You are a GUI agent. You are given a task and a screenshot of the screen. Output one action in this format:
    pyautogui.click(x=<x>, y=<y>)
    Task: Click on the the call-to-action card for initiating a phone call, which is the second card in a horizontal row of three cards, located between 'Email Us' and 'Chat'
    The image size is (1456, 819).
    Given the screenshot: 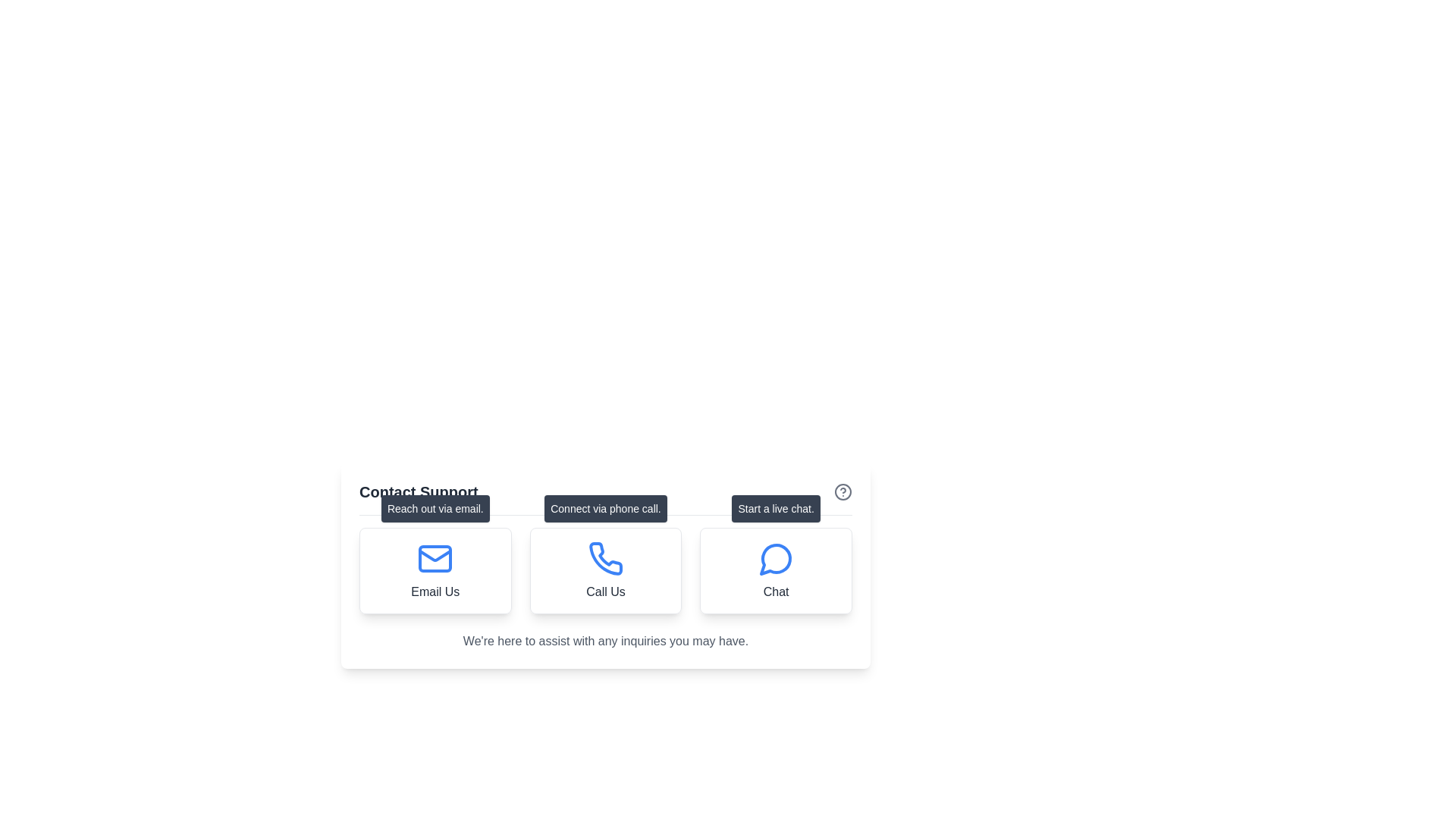 What is the action you would take?
    pyautogui.click(x=604, y=570)
    